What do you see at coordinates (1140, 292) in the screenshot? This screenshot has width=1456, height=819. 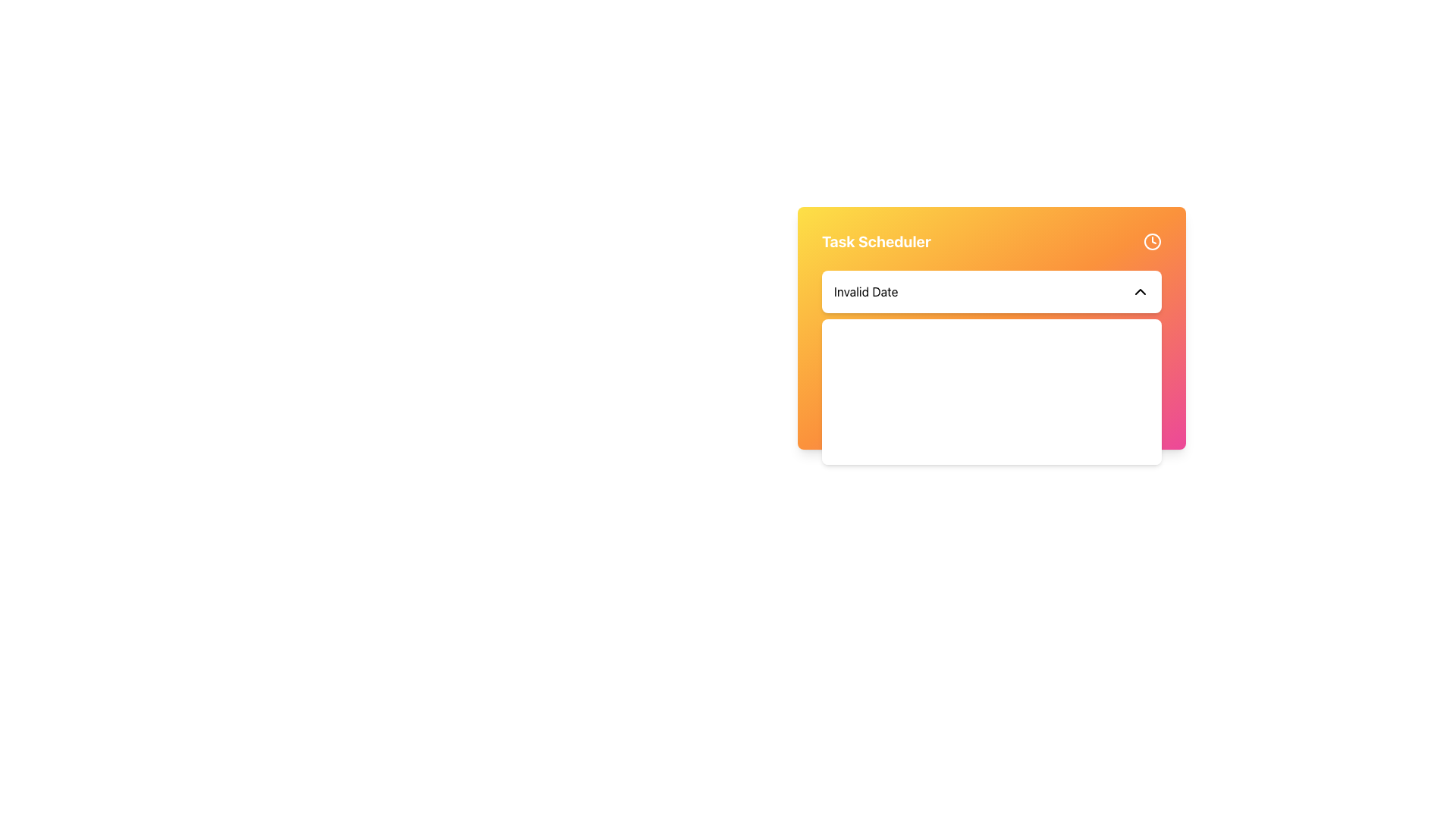 I see `the chevron icon located on the right-hand side of the 'Invalid Date' box` at bounding box center [1140, 292].